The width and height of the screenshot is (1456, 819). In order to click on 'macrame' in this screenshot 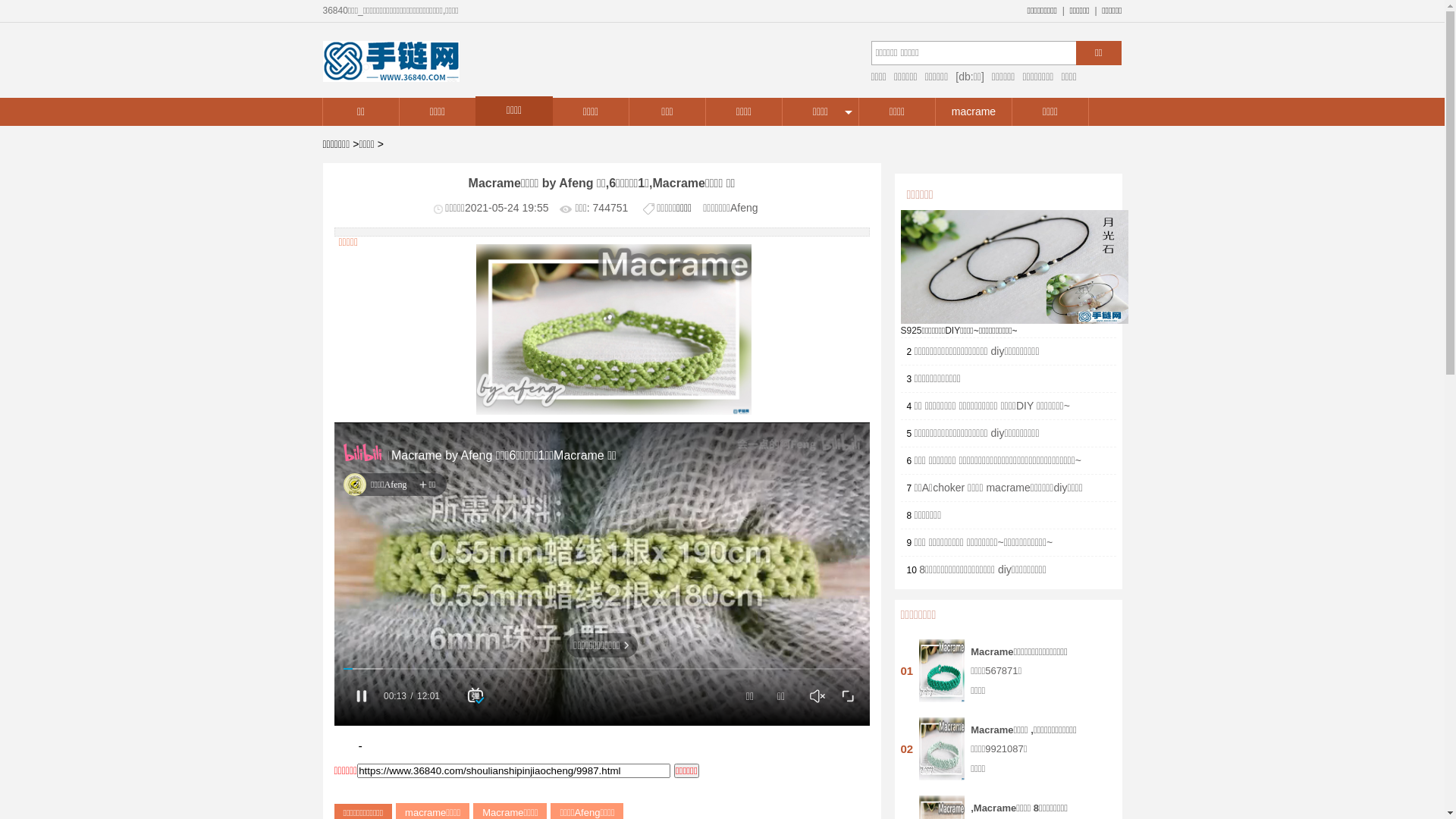, I will do `click(973, 111)`.